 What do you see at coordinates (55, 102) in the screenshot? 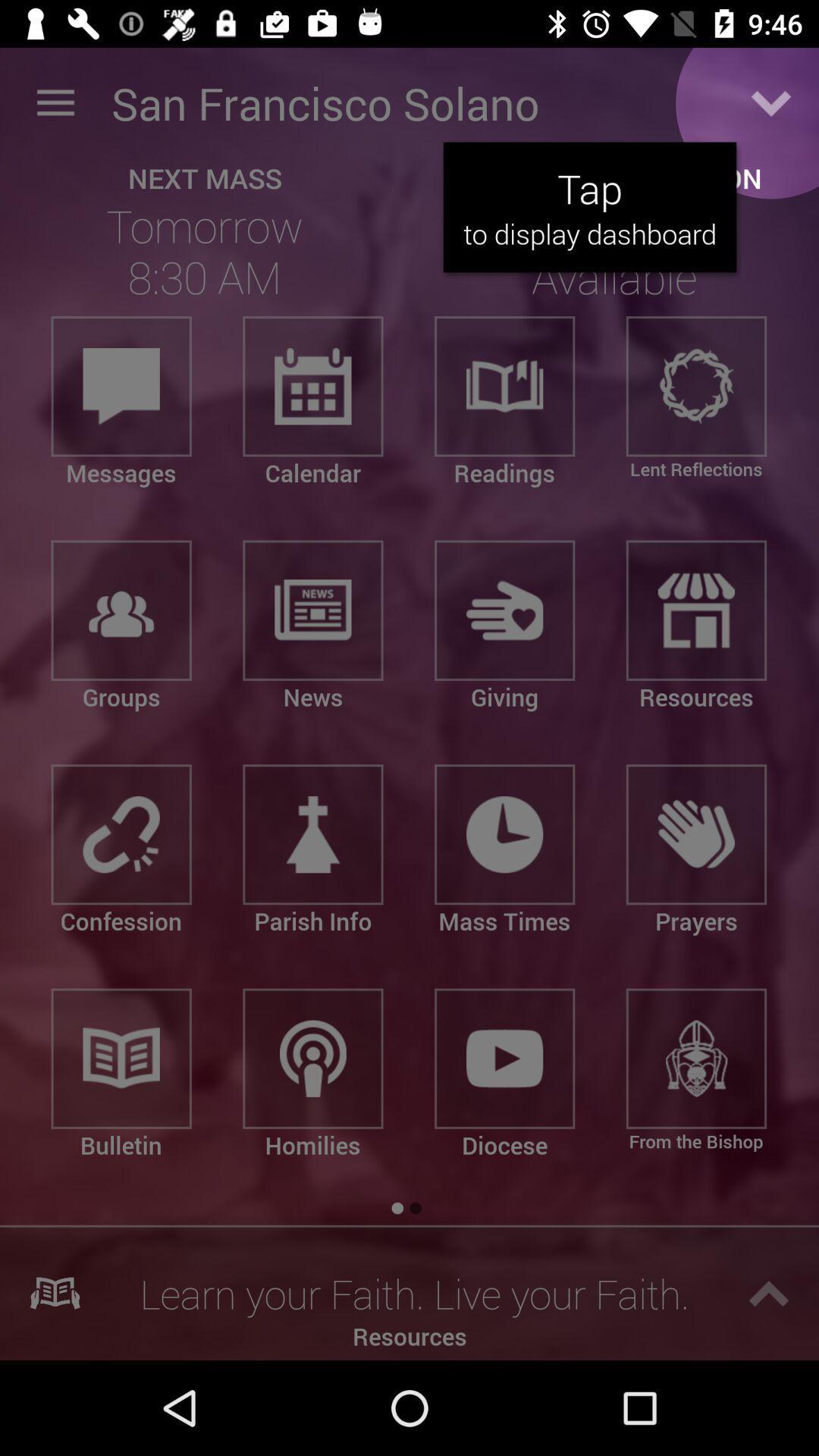
I see `icon next to the san francisco solano item` at bounding box center [55, 102].